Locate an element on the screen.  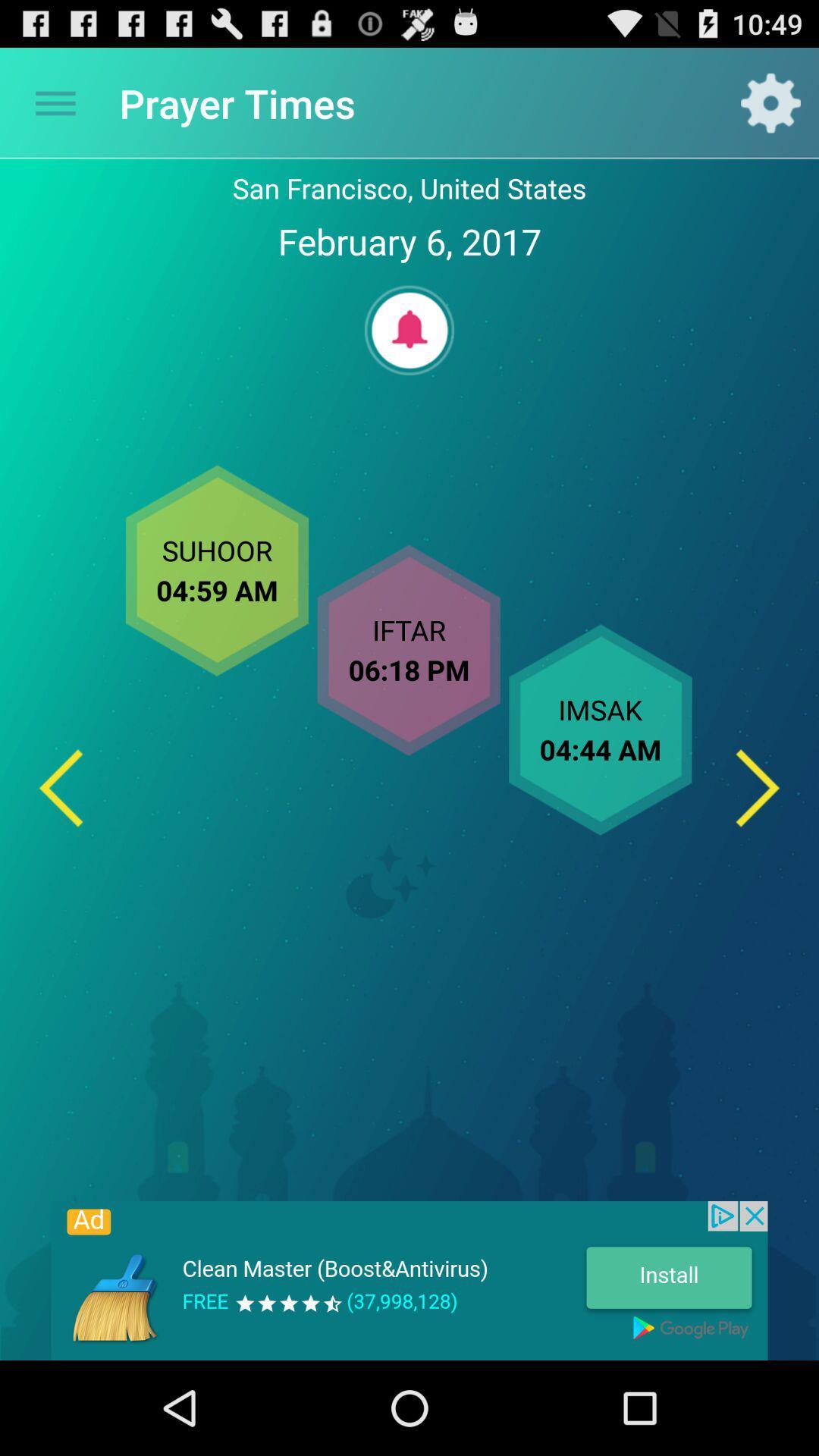
the next option is located at coordinates (758, 788).